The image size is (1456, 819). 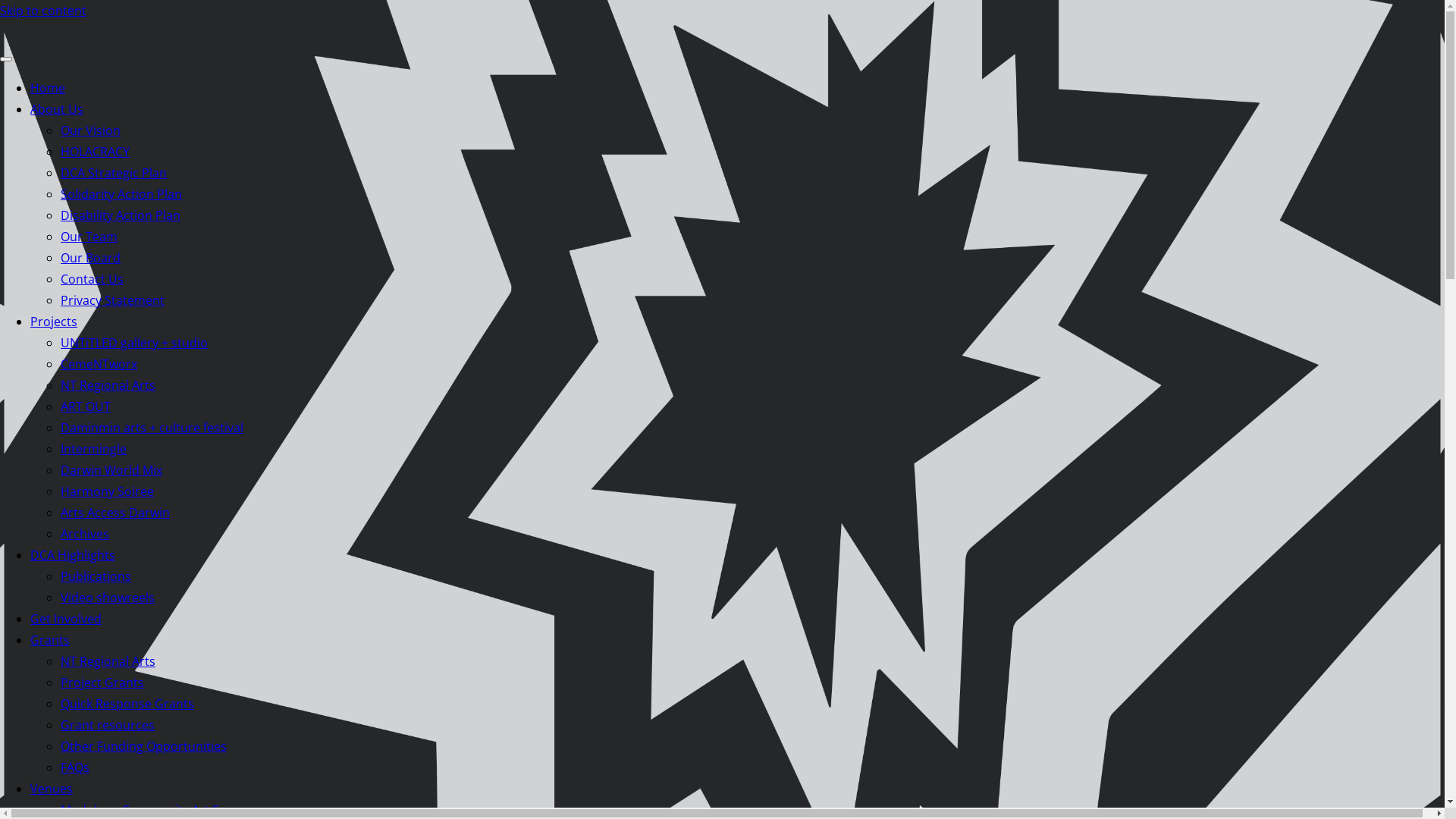 What do you see at coordinates (61, 237) in the screenshot?
I see `'Our Team'` at bounding box center [61, 237].